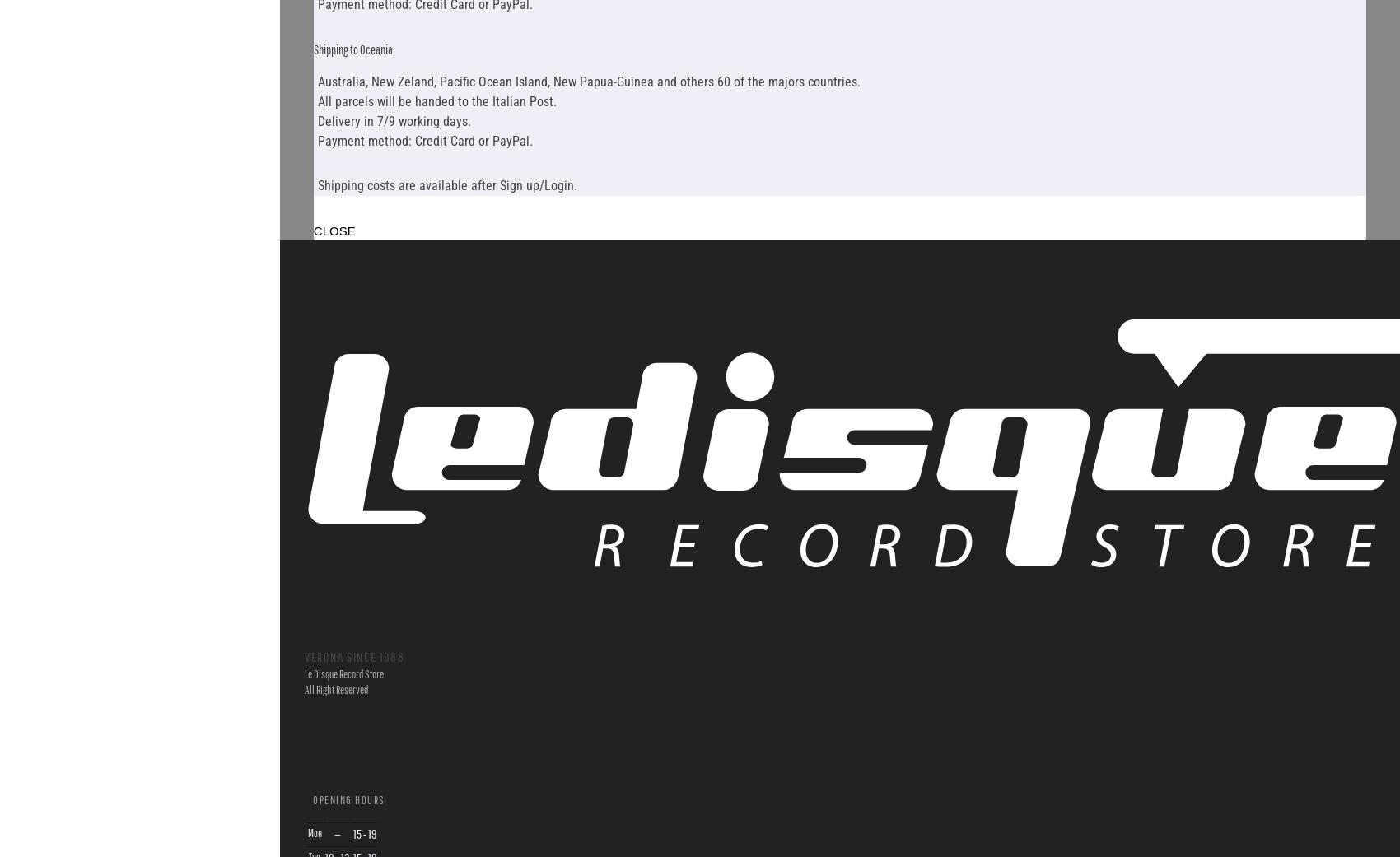  What do you see at coordinates (335, 689) in the screenshot?
I see `'All Right Reserved'` at bounding box center [335, 689].